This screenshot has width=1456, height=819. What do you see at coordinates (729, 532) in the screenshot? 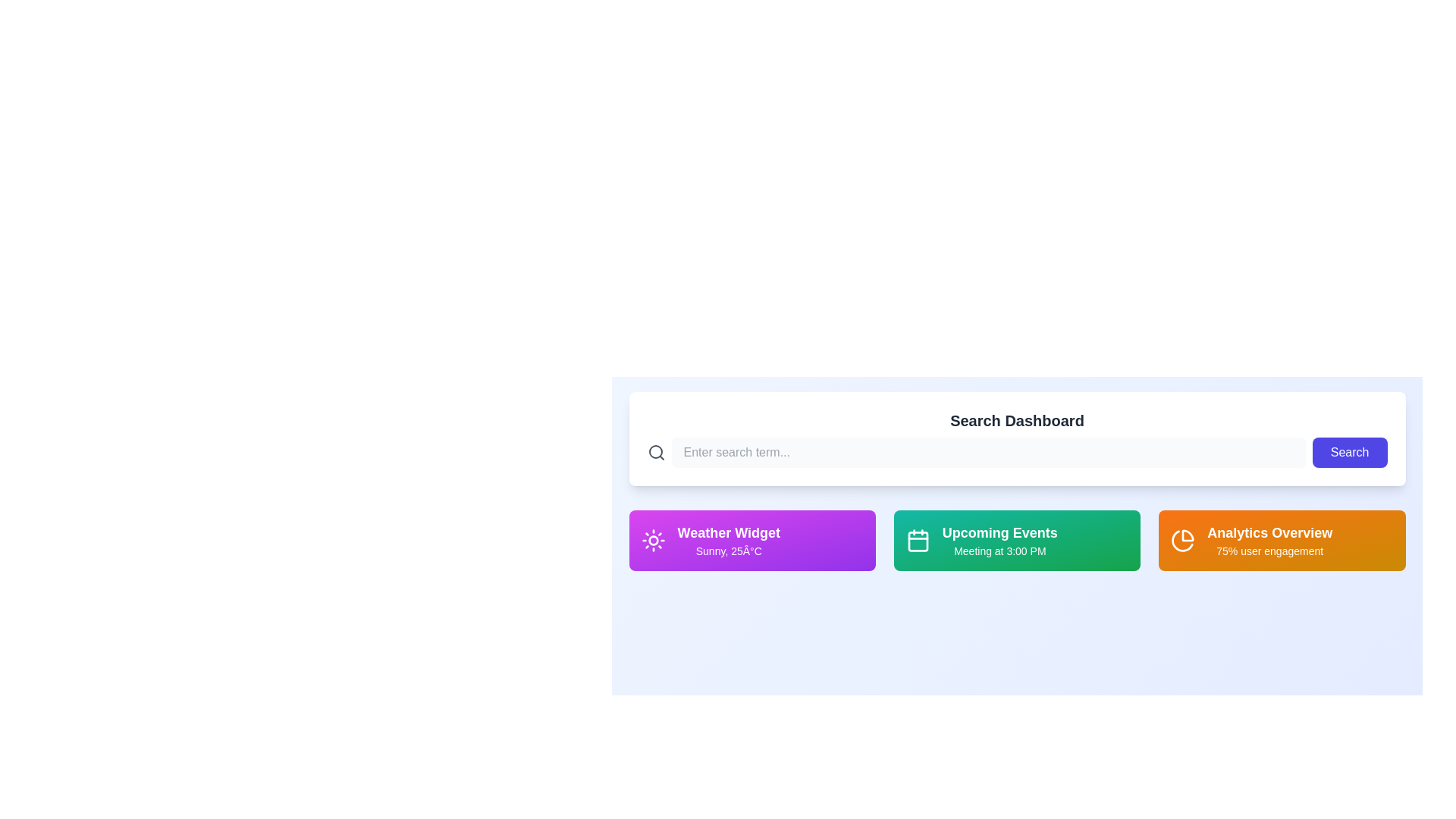
I see `the 'Weather Widget' text label, which is styled in a bold and large font, located at the top of the purple card component` at bounding box center [729, 532].